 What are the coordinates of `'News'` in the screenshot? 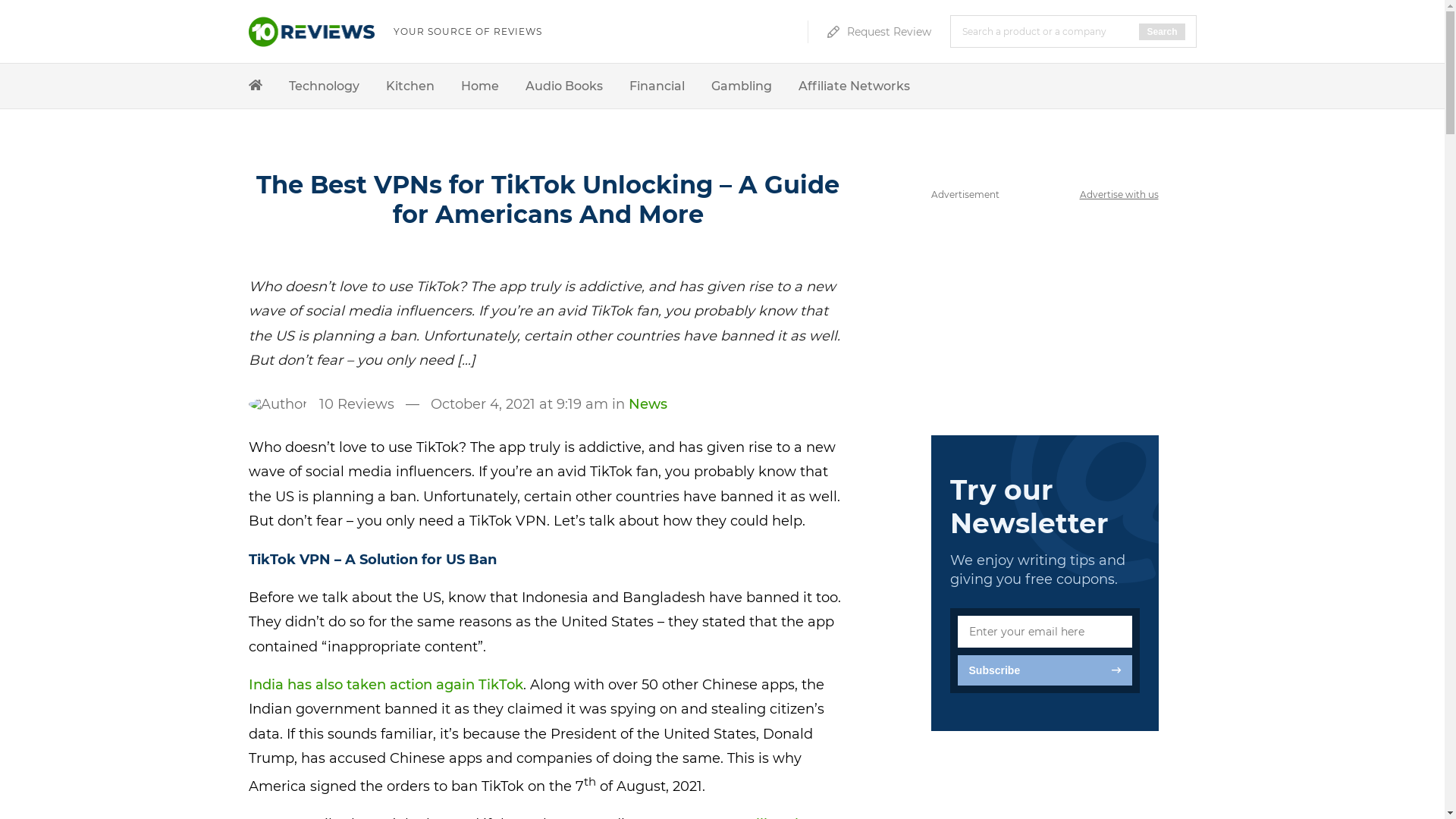 It's located at (647, 403).